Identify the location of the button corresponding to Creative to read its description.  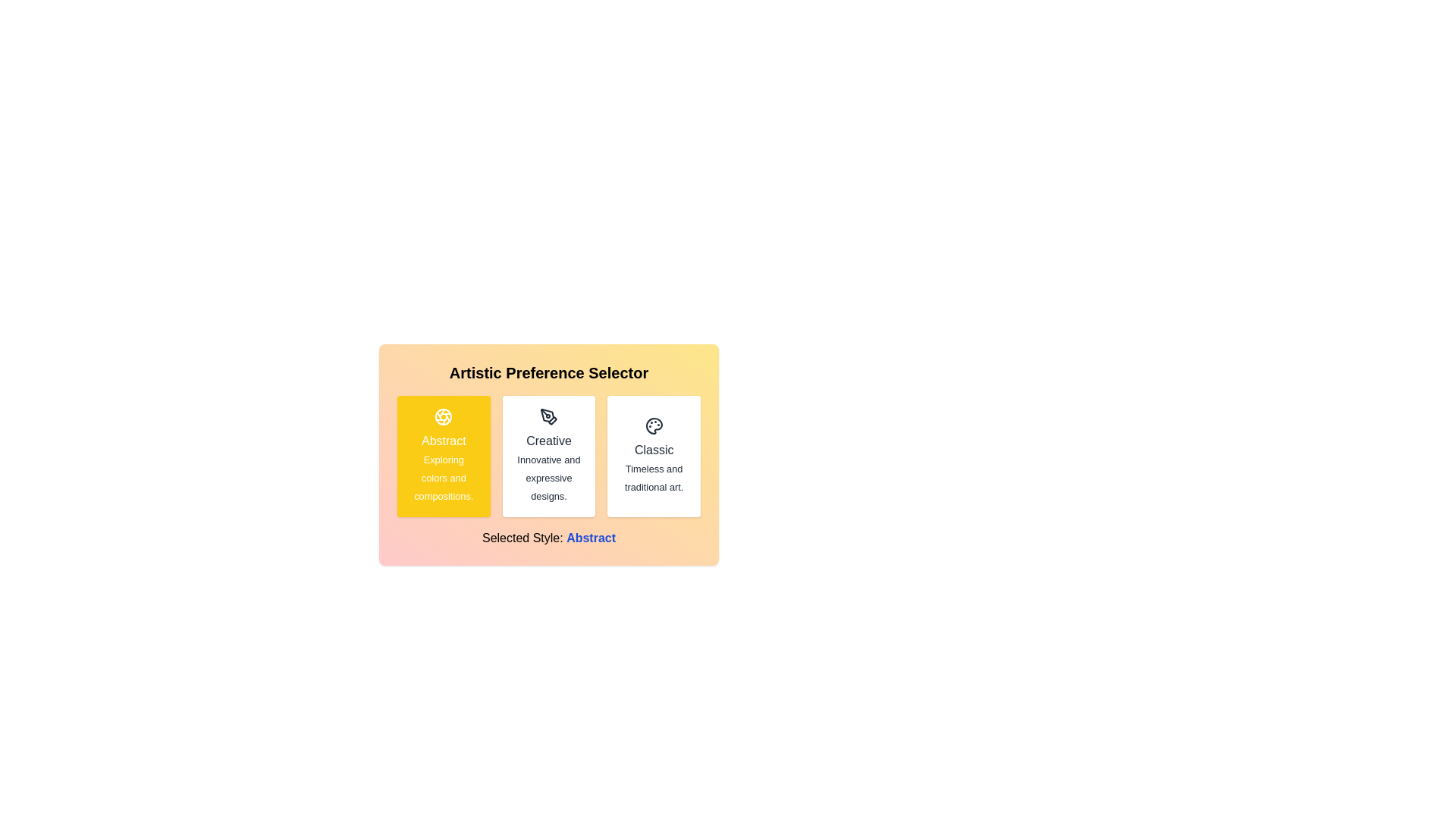
(548, 455).